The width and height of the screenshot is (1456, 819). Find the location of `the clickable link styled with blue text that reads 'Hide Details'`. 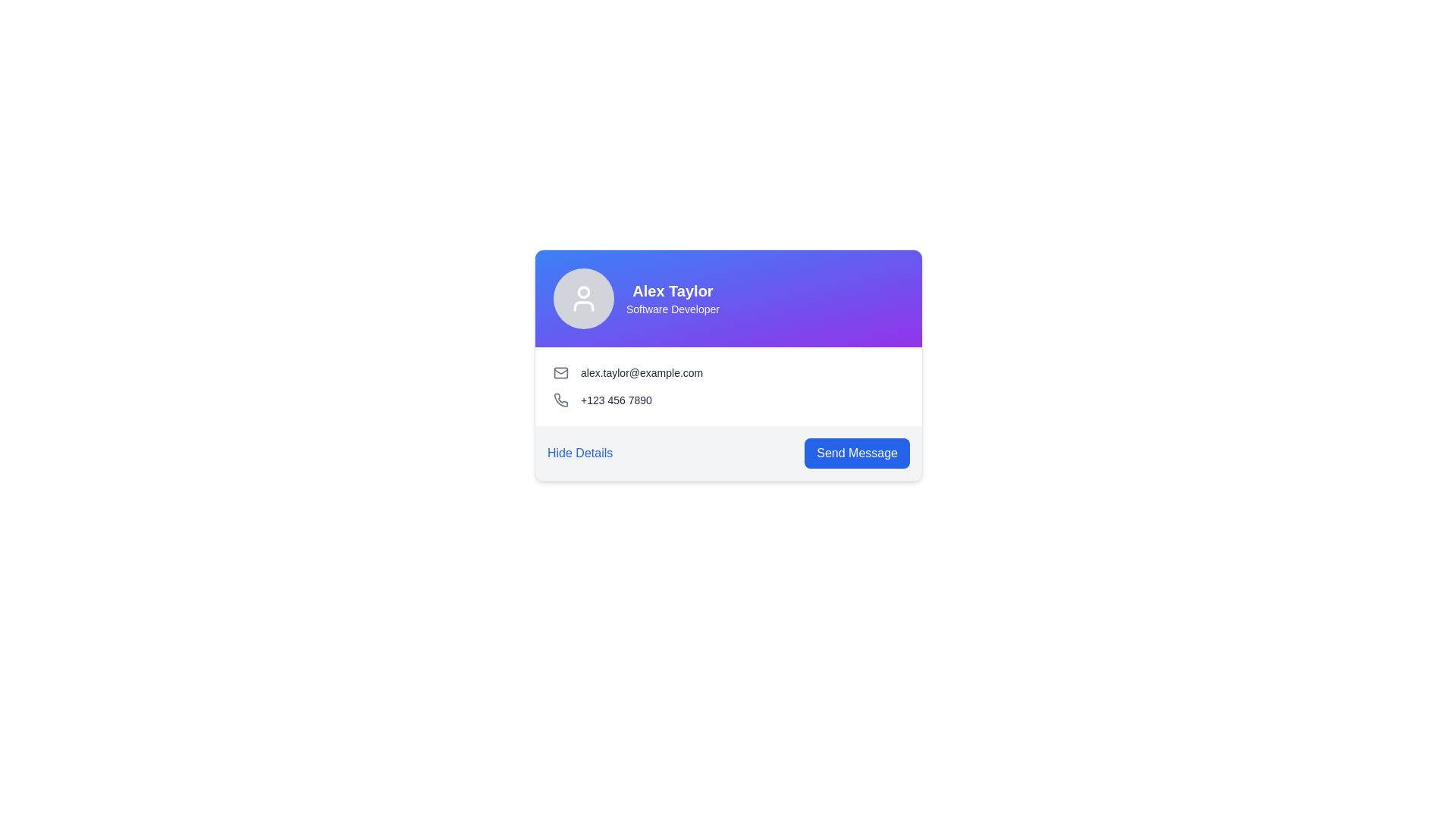

the clickable link styled with blue text that reads 'Hide Details' is located at coordinates (579, 452).